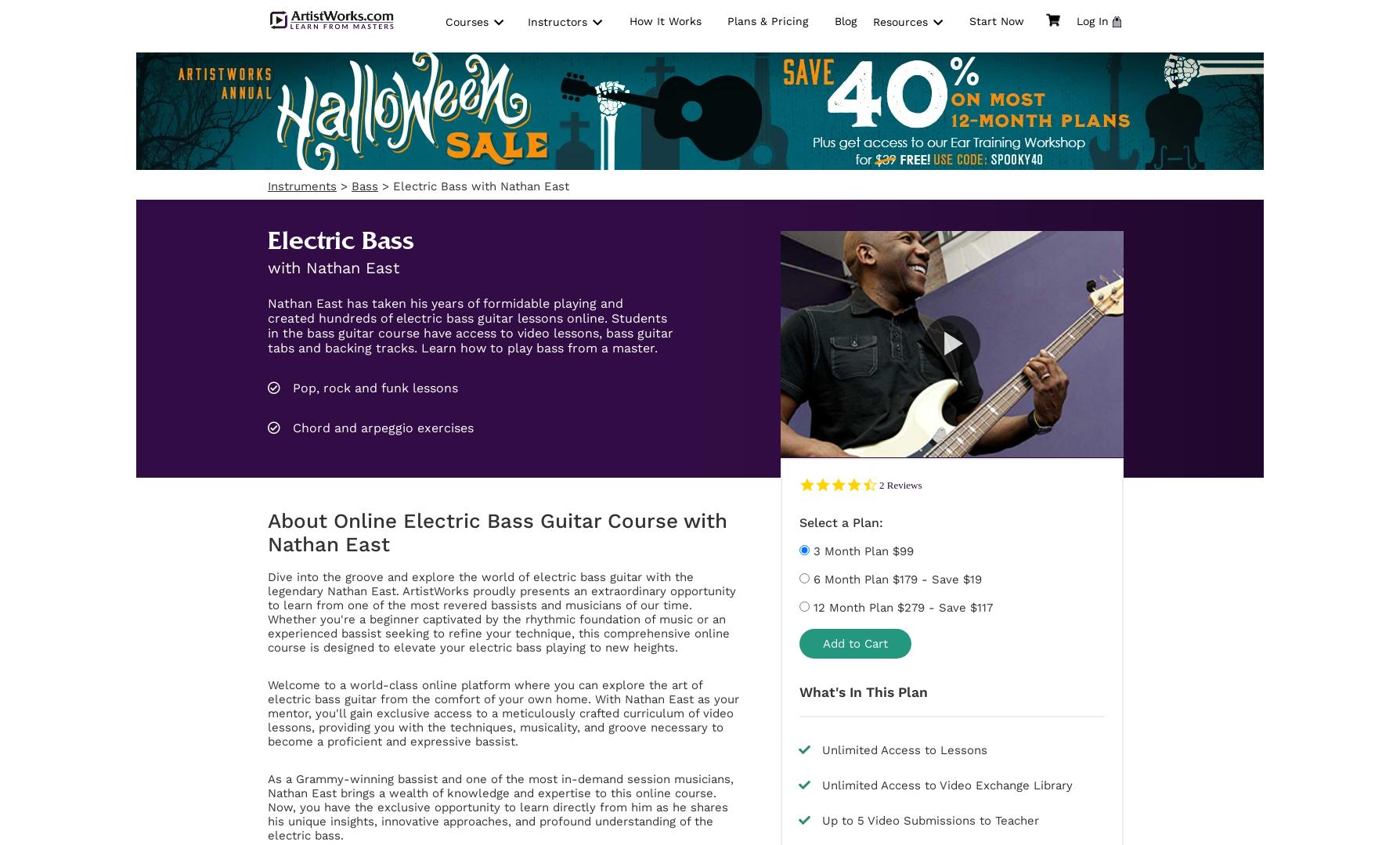 The image size is (1400, 845). Describe the element at coordinates (810, 578) in the screenshot. I see `'6 Month Plan     $179  - Save $19'` at that location.